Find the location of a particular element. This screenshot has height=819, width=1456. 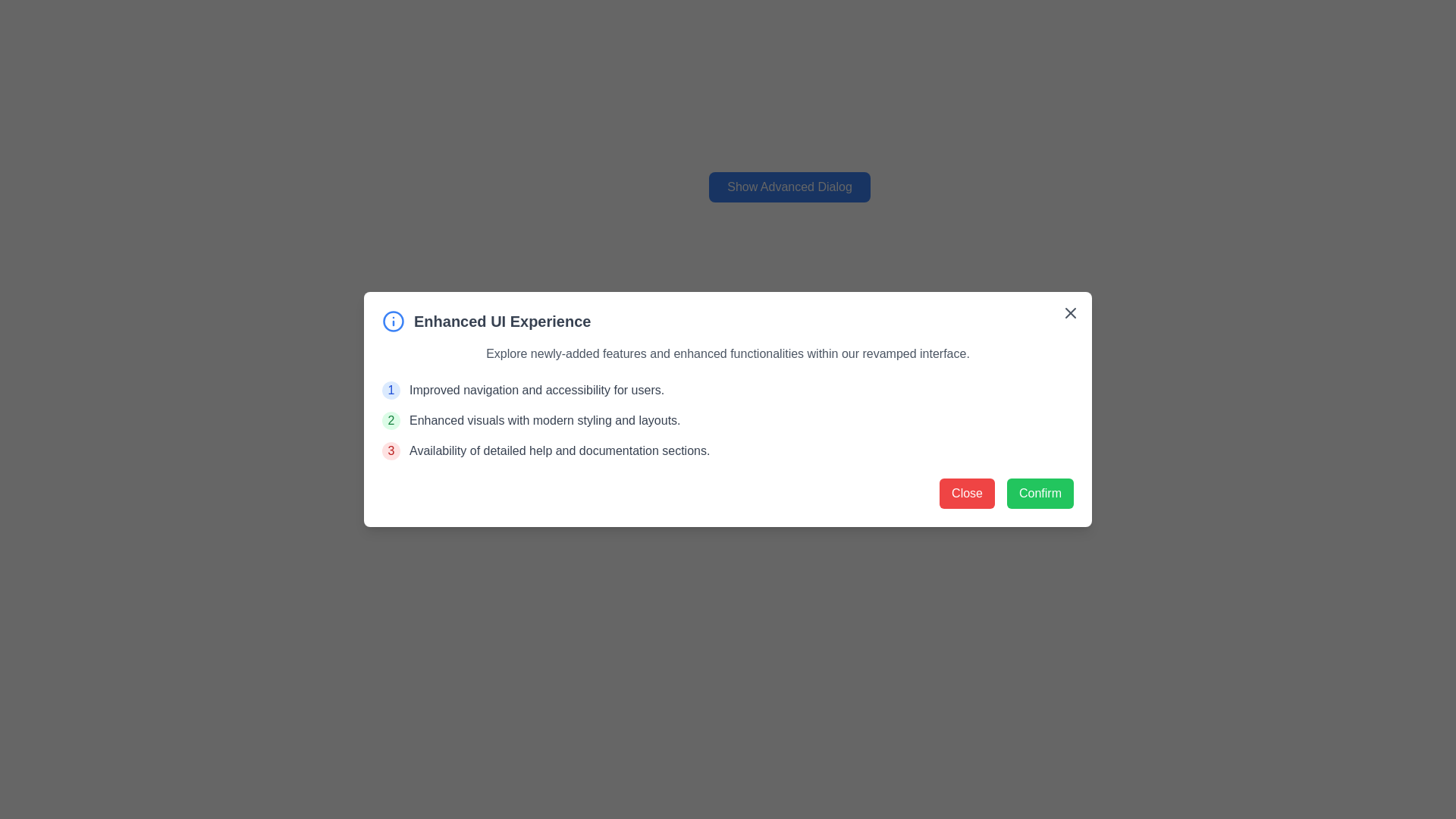

the close button located at the bottom-right corner of the modal dialog is located at coordinates (966, 494).